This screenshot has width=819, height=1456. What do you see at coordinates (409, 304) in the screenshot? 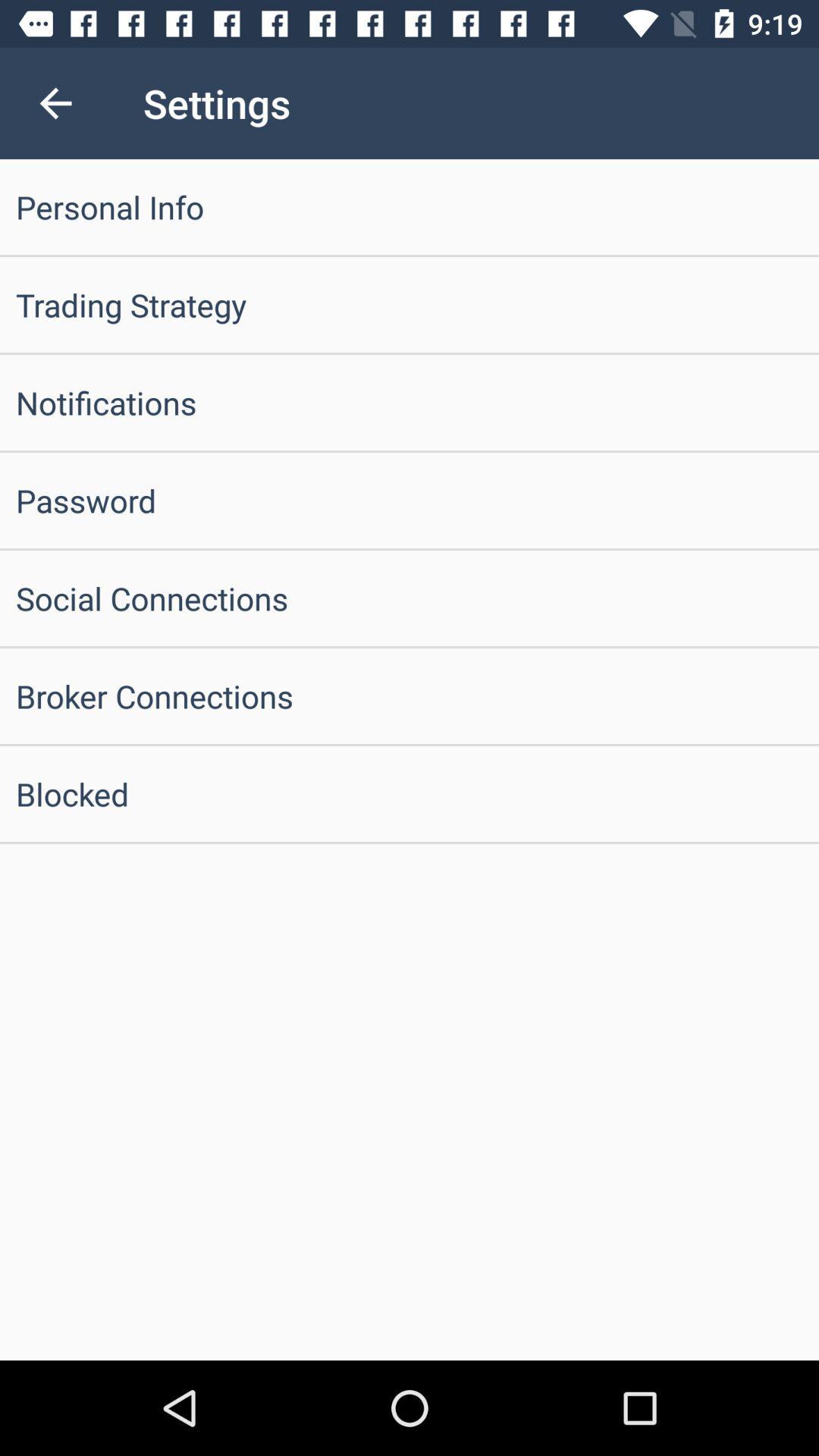
I see `the trading strategy icon` at bounding box center [409, 304].